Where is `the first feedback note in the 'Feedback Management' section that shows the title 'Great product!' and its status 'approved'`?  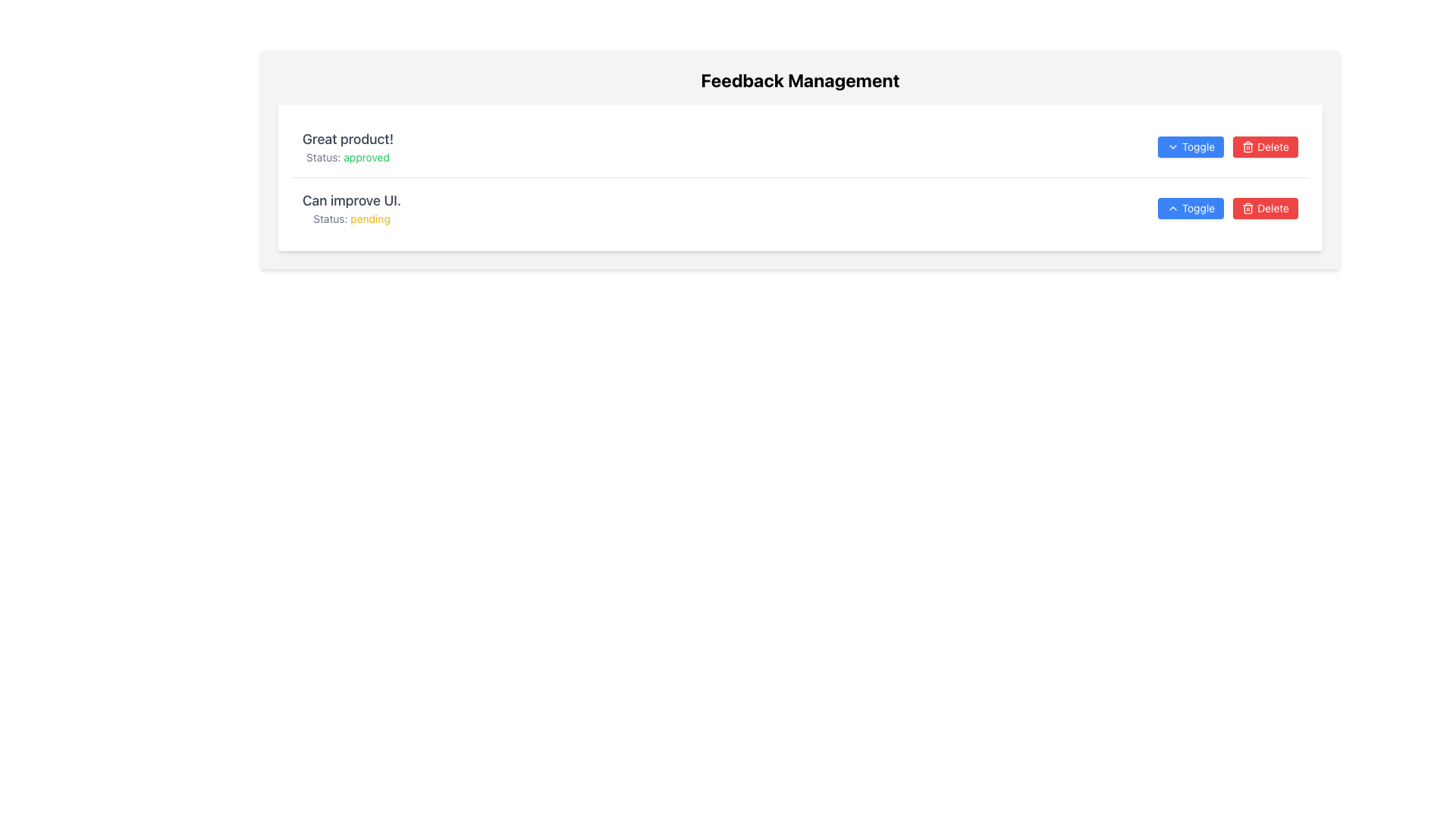 the first feedback note in the 'Feedback Management' section that shows the title 'Great product!' and its status 'approved' is located at coordinates (347, 146).